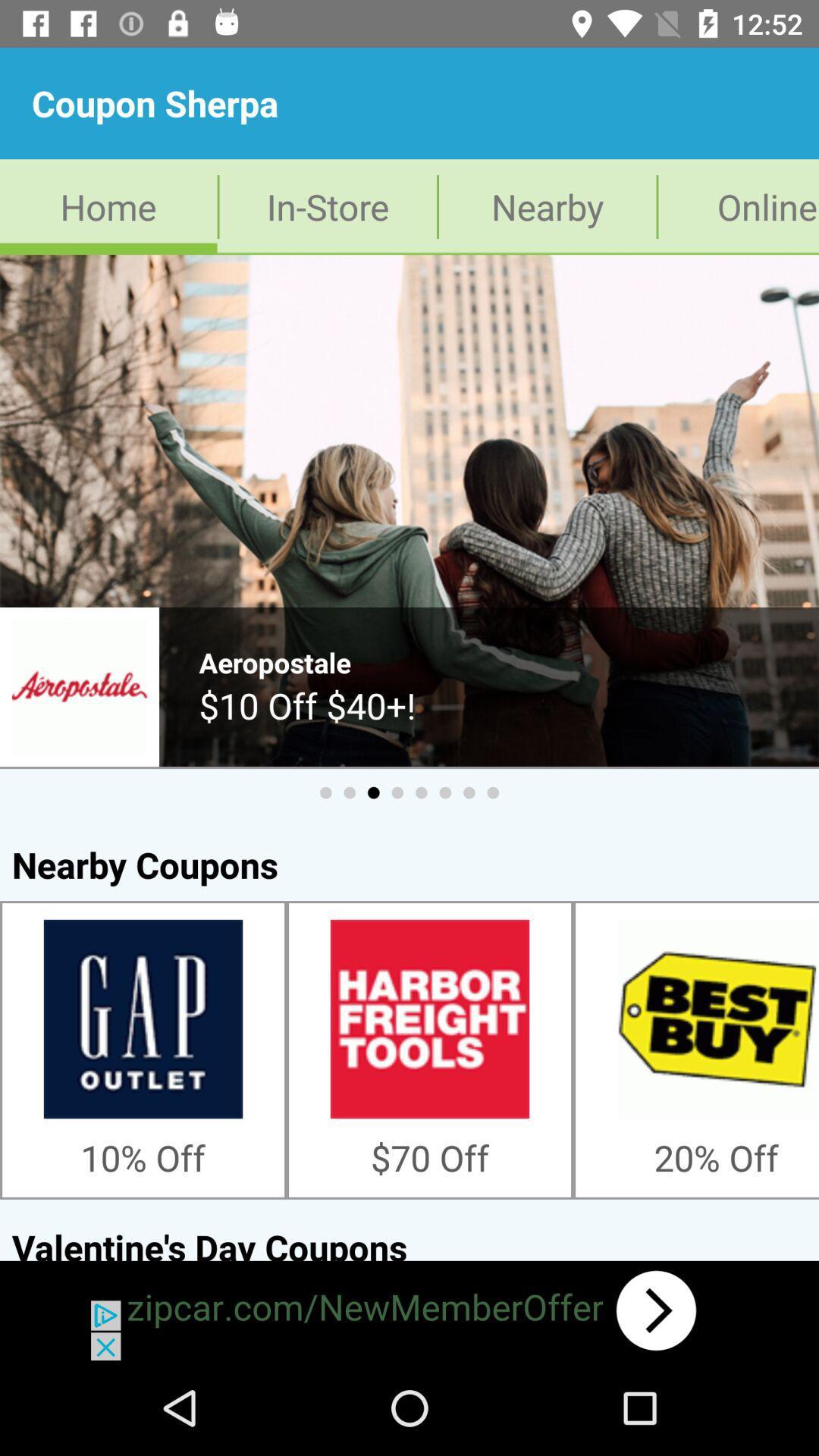 This screenshot has height=1456, width=819. I want to click on advertisements, so click(409, 1310).